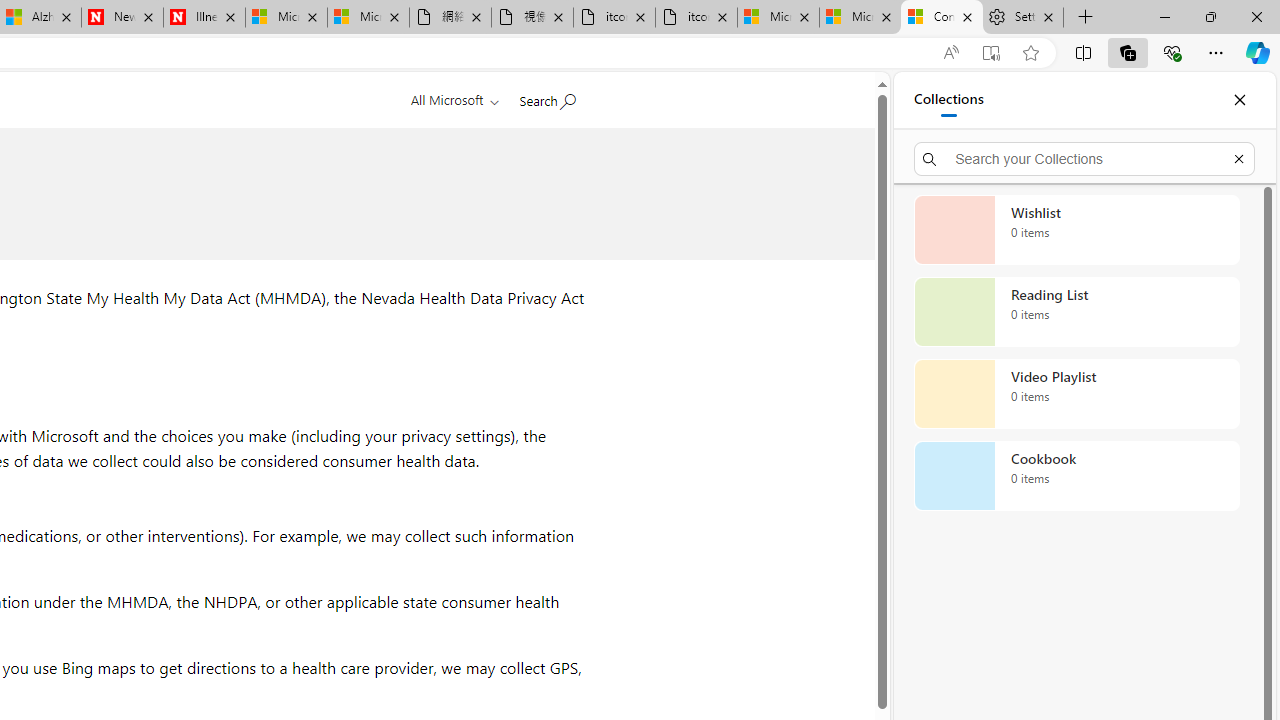 This screenshot has height=720, width=1280. I want to click on 'Wishlist collection, 0 items', so click(1076, 229).